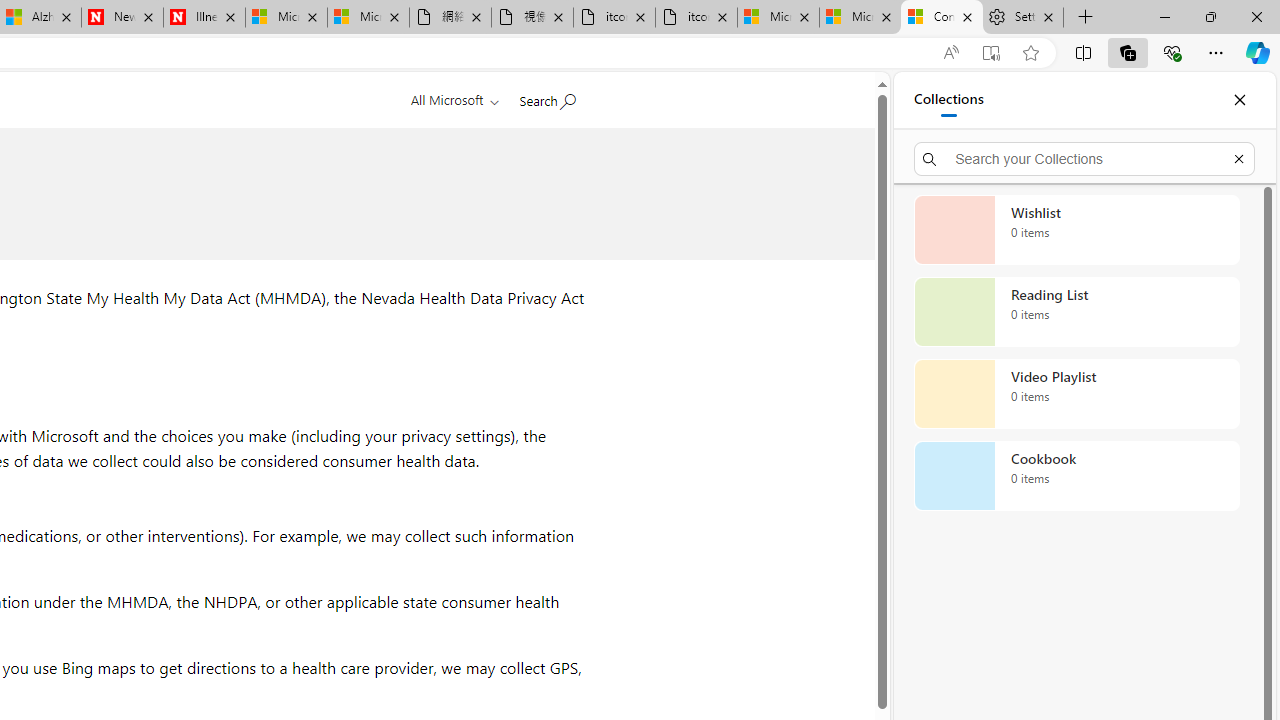 This screenshot has height=720, width=1280. I want to click on 'Wishlist collection, 0 items', so click(1076, 229).